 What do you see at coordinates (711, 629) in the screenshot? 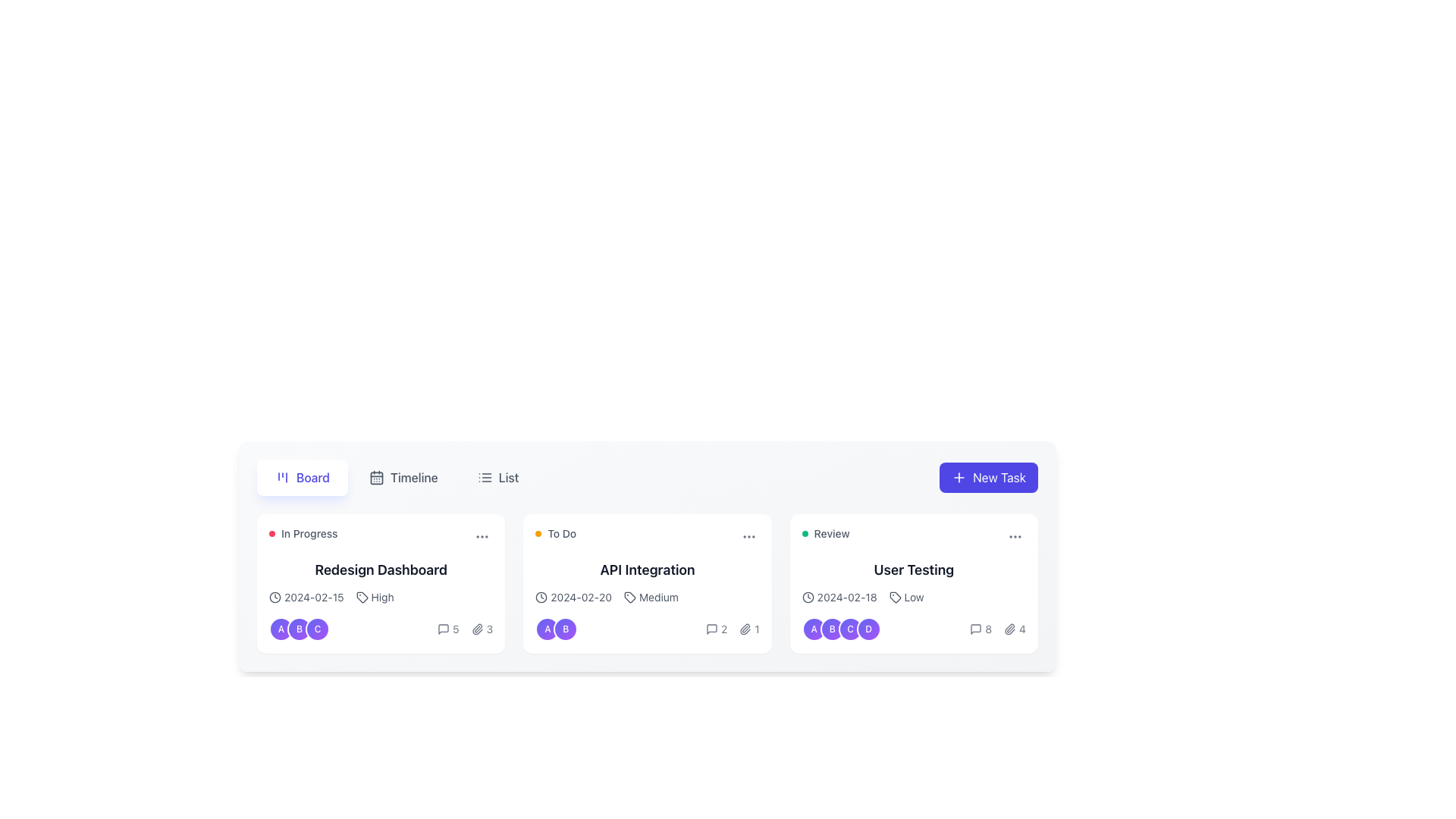
I see `the small speech bubble icon with a tail pointing to the bottom left, located in the 'API Integration' card under the 'To Do' column, towards the lower right section of the card` at bounding box center [711, 629].